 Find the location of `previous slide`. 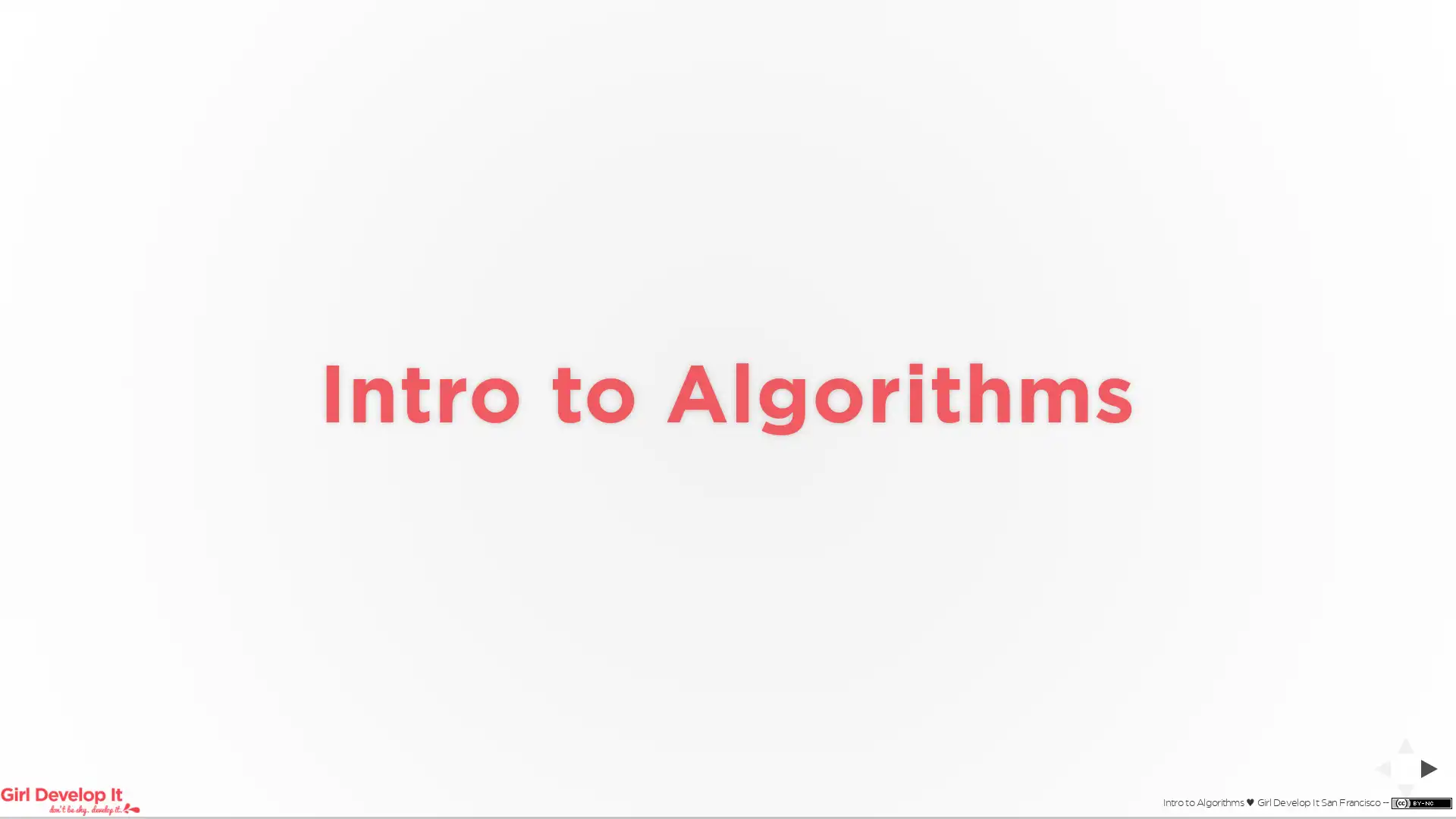

previous slide is located at coordinates (1377, 768).